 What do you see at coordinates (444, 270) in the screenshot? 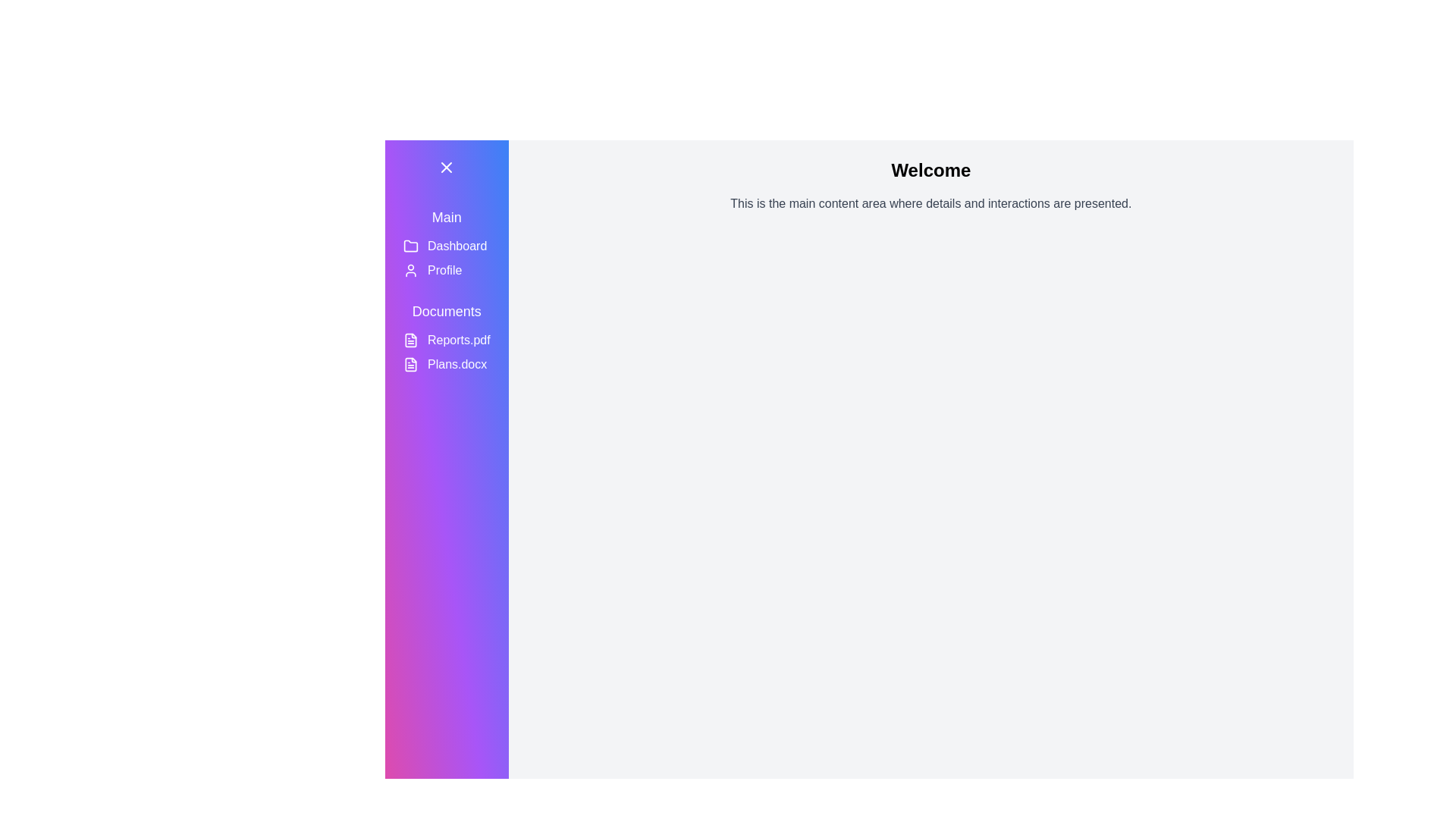
I see `the 'Profile' menu item located in the sidebar under 'Dashboard'` at bounding box center [444, 270].